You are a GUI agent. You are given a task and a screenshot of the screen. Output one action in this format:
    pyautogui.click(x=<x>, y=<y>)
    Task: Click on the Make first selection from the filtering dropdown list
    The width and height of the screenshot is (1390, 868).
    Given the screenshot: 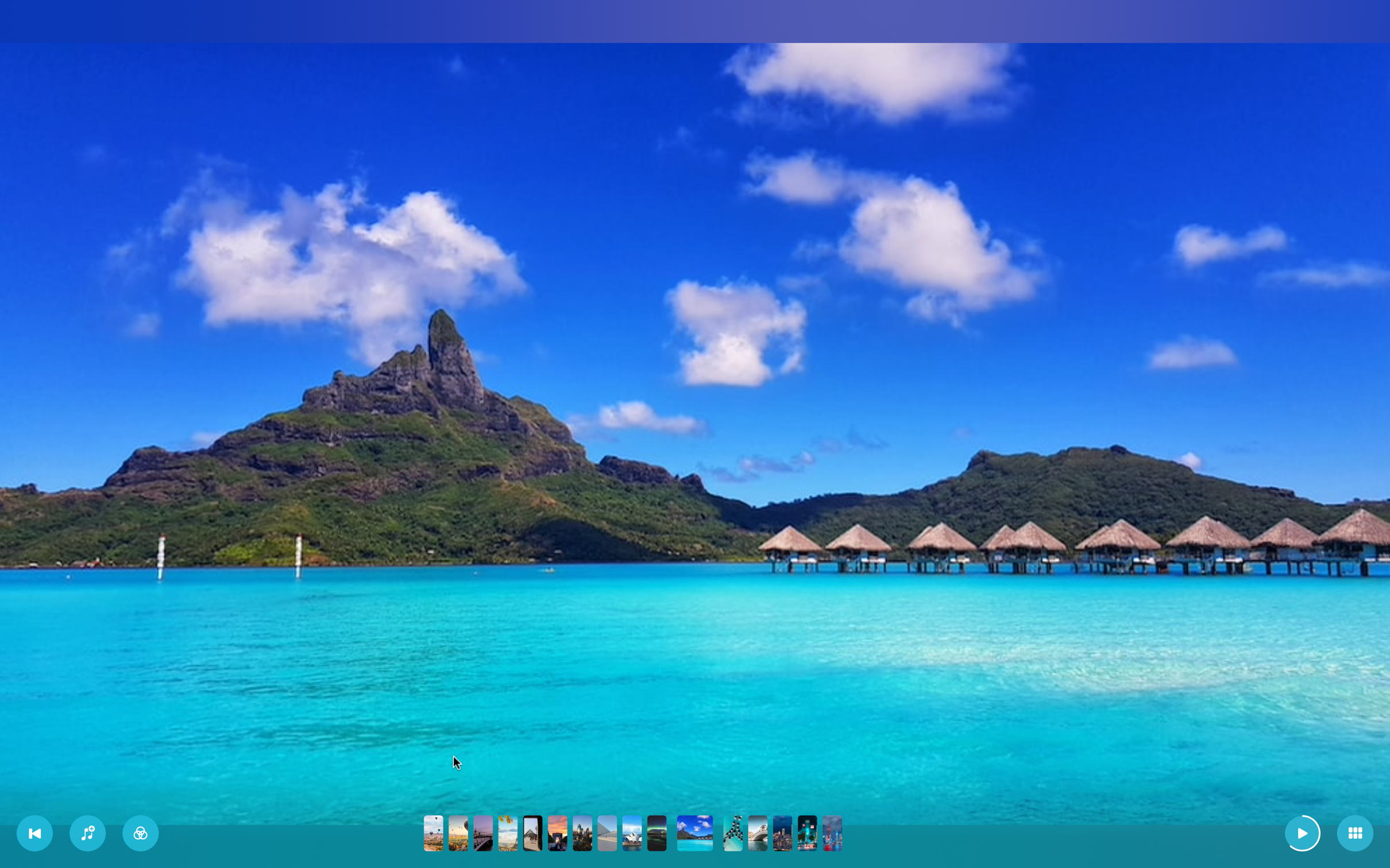 What is the action you would take?
    pyautogui.click(x=141, y=832)
    